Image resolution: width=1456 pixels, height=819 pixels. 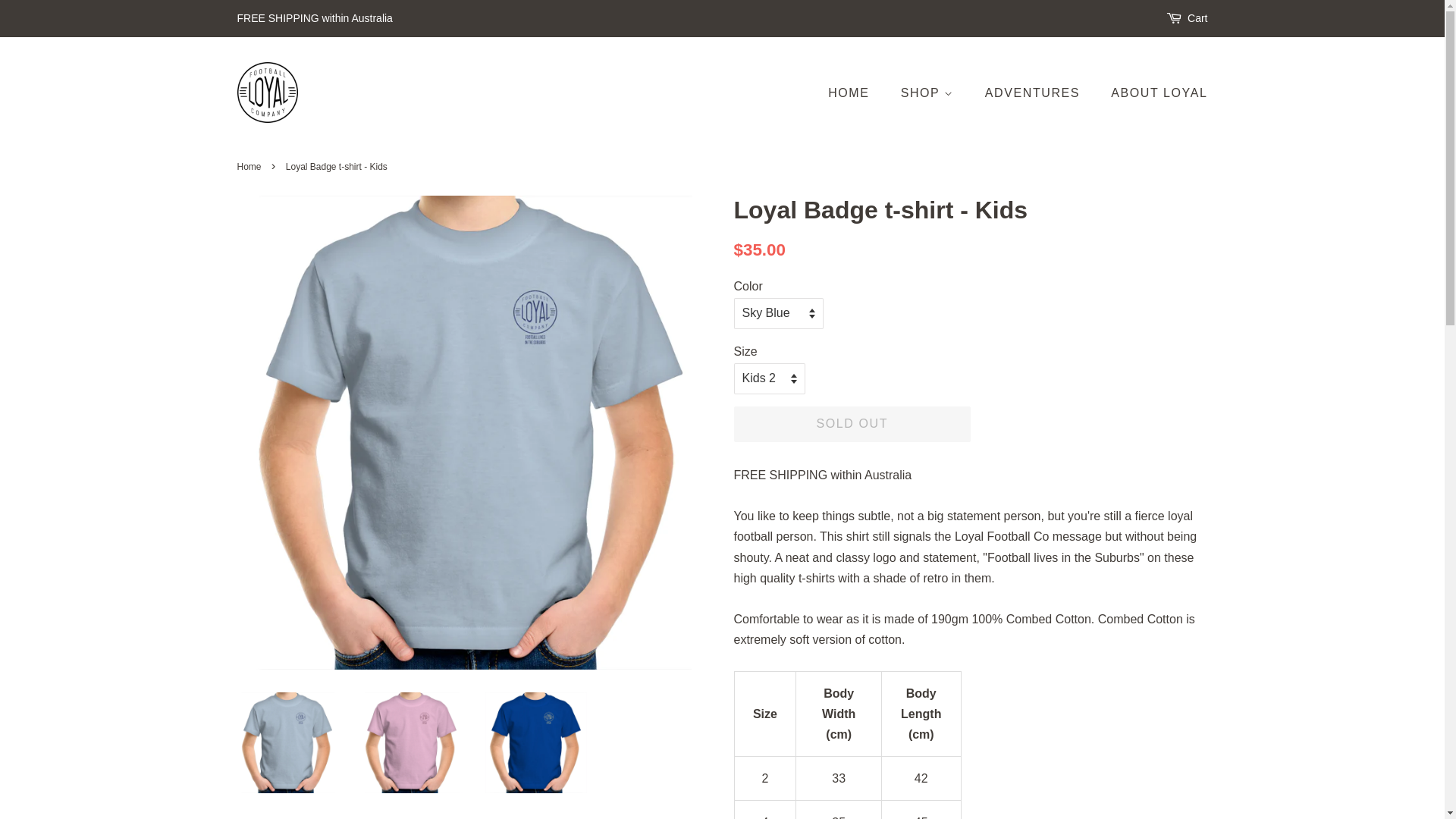 What do you see at coordinates (928, 93) in the screenshot?
I see `'SHOP'` at bounding box center [928, 93].